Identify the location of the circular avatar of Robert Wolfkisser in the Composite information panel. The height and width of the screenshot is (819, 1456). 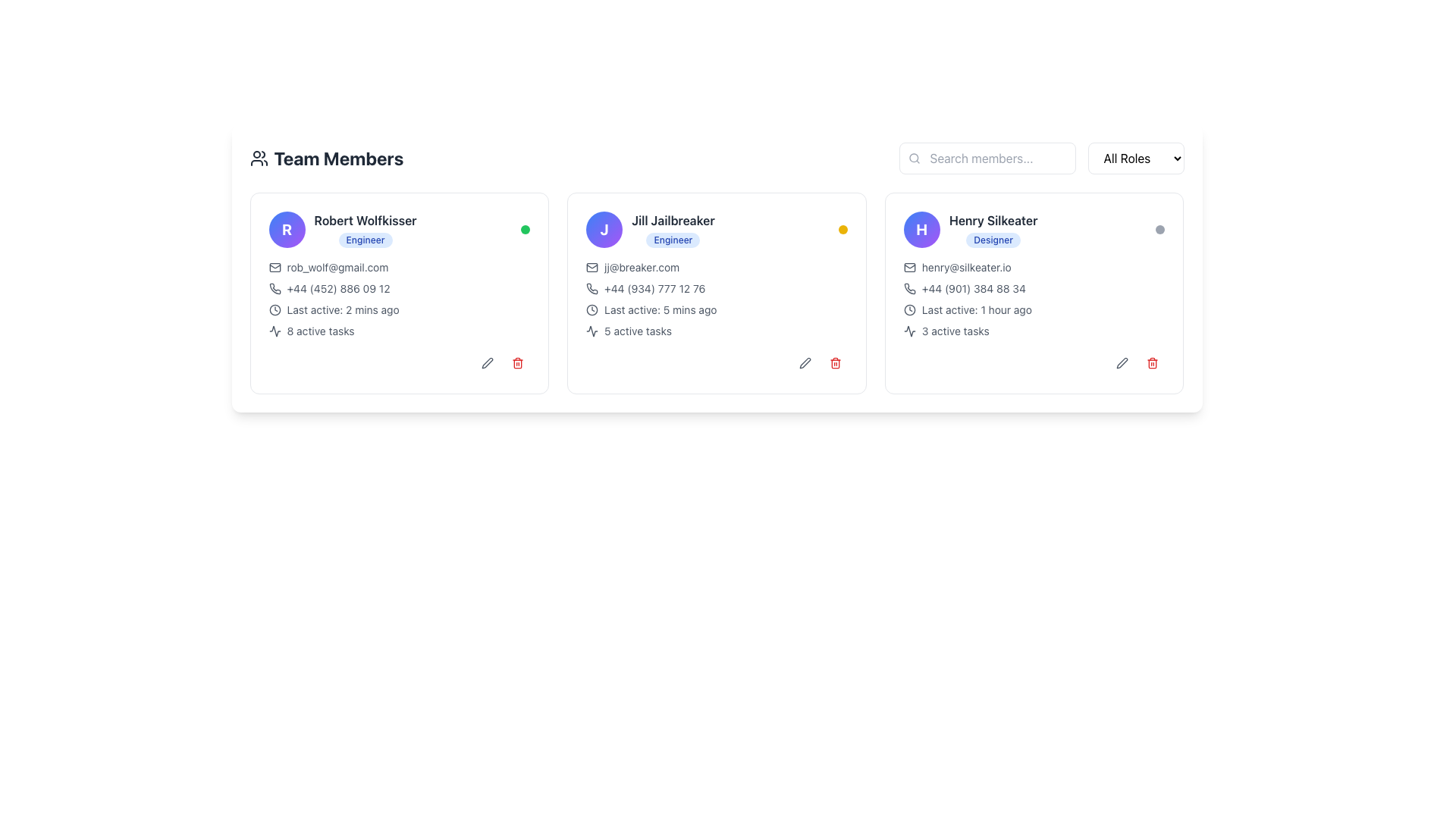
(399, 230).